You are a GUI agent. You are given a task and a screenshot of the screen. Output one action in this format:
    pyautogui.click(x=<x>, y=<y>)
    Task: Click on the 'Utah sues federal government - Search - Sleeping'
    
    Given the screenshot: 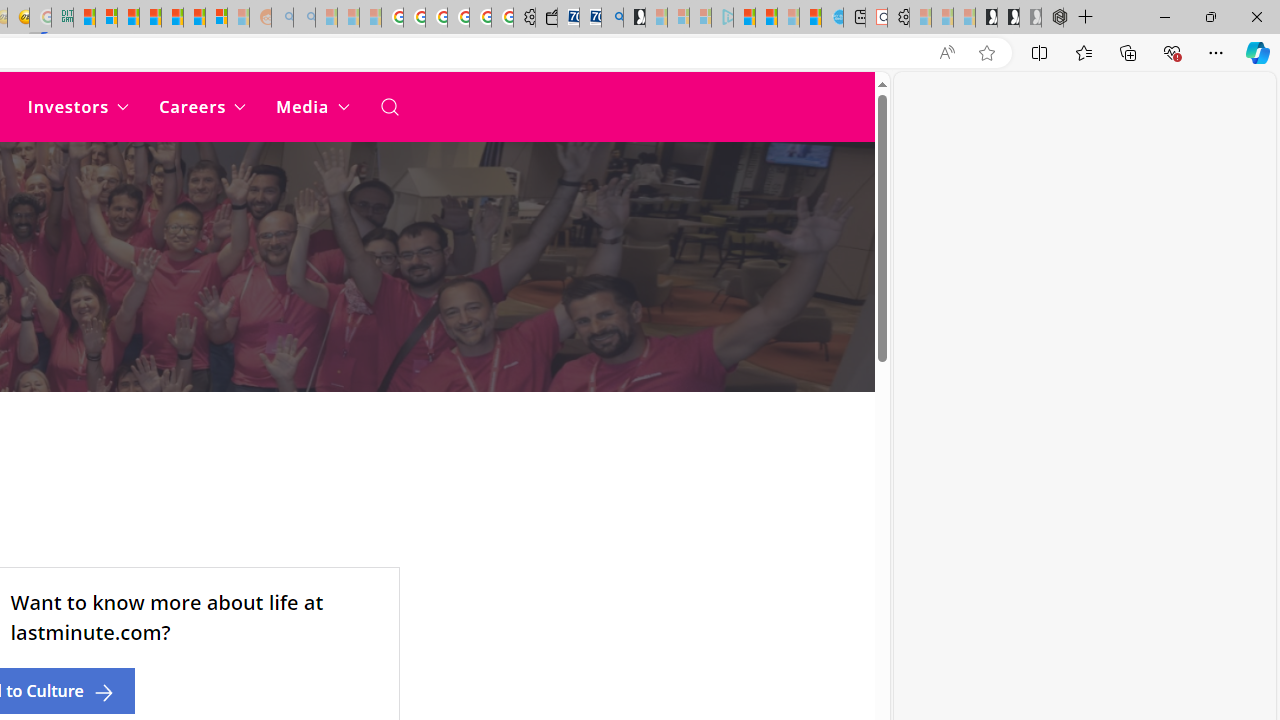 What is the action you would take?
    pyautogui.click(x=303, y=17)
    